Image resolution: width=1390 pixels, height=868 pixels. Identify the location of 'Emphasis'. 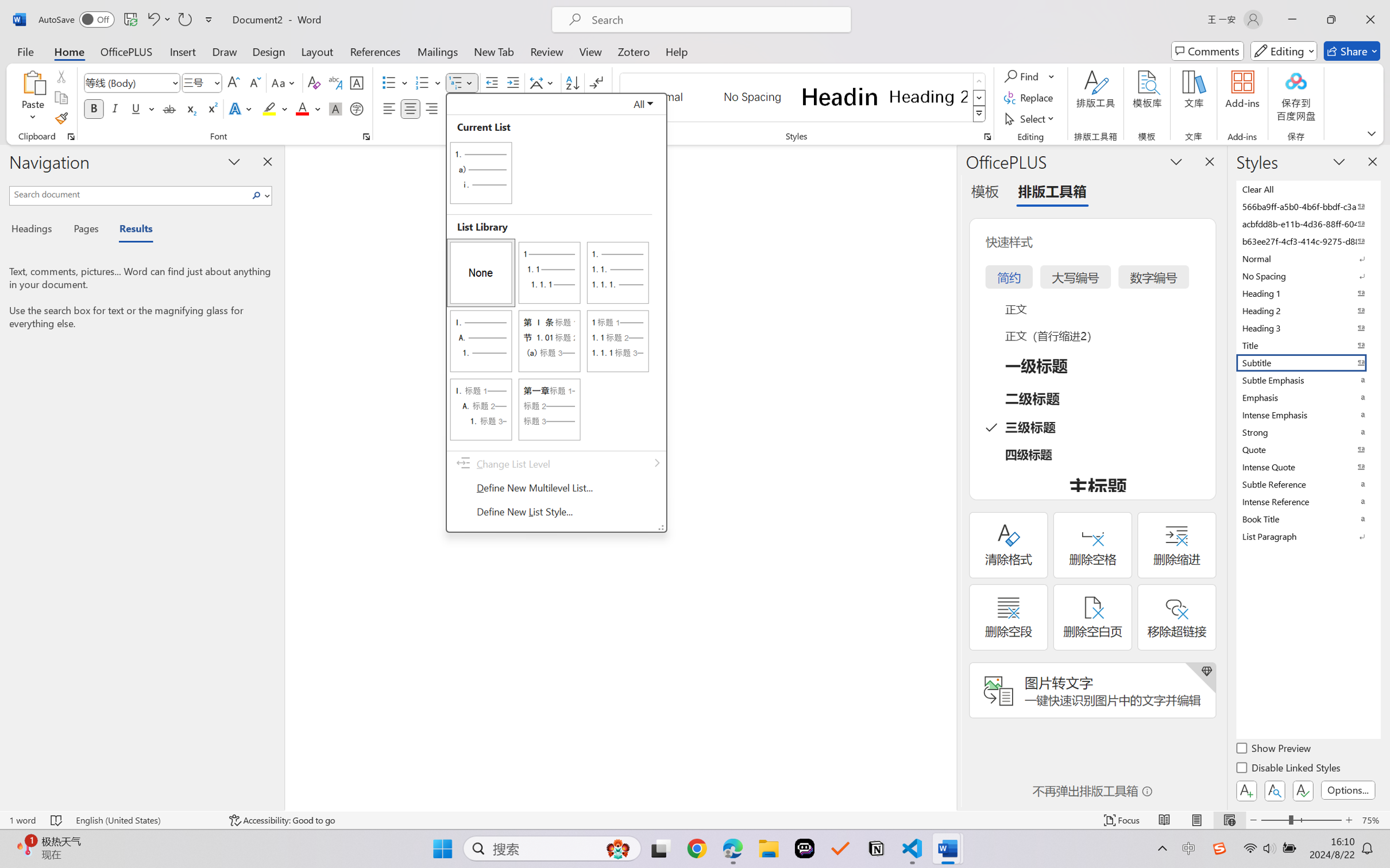
(1307, 397).